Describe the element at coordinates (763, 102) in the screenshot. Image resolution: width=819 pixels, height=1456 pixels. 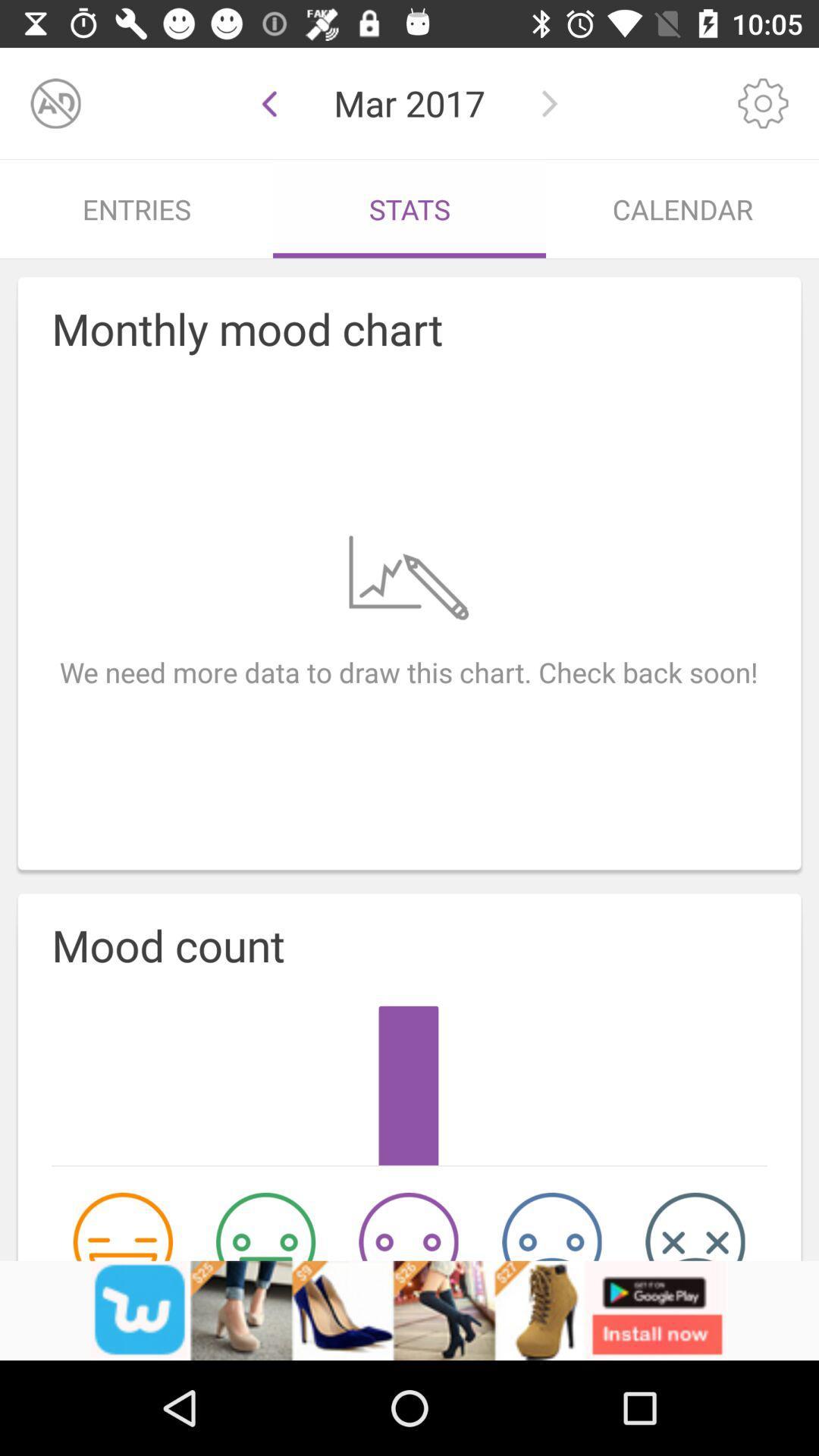
I see `settings` at that location.